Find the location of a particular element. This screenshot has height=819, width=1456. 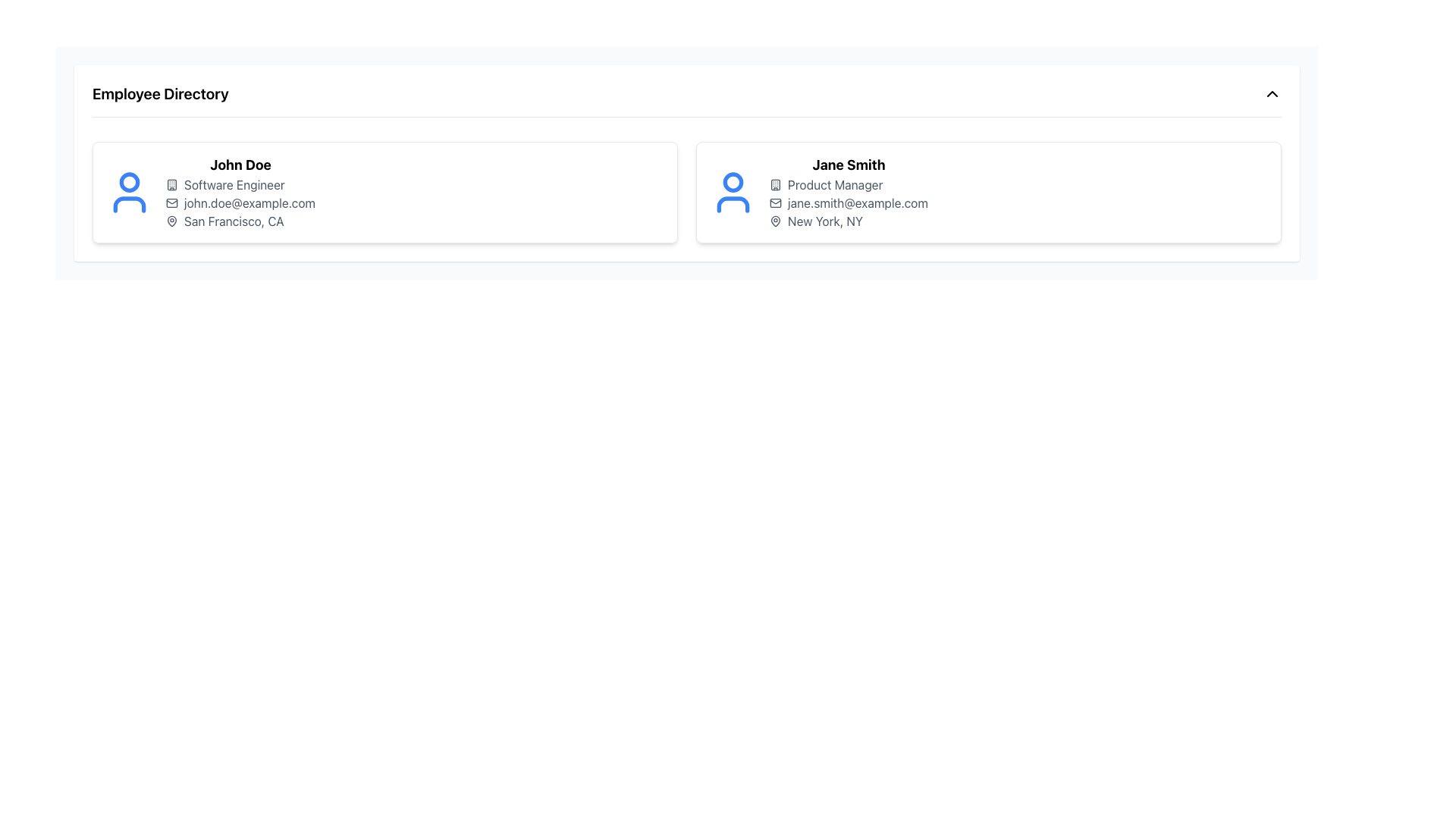

the text label 'Product Manager' with an icon representing a building, located in the user card for 'Jane Smith', situated below the name and above the email address is located at coordinates (848, 184).